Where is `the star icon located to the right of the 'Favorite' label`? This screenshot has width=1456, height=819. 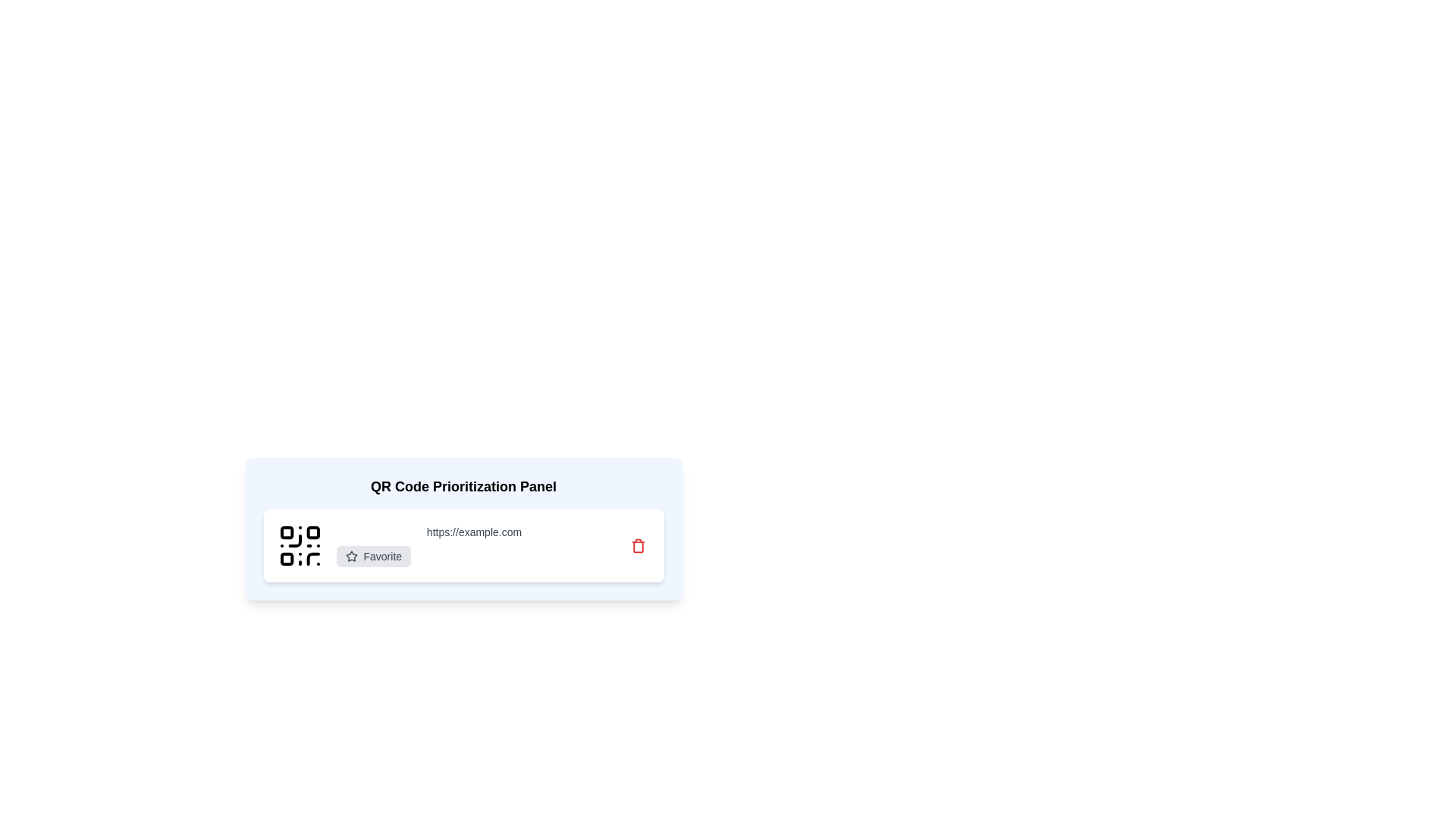 the star icon located to the right of the 'Favorite' label is located at coordinates (350, 556).